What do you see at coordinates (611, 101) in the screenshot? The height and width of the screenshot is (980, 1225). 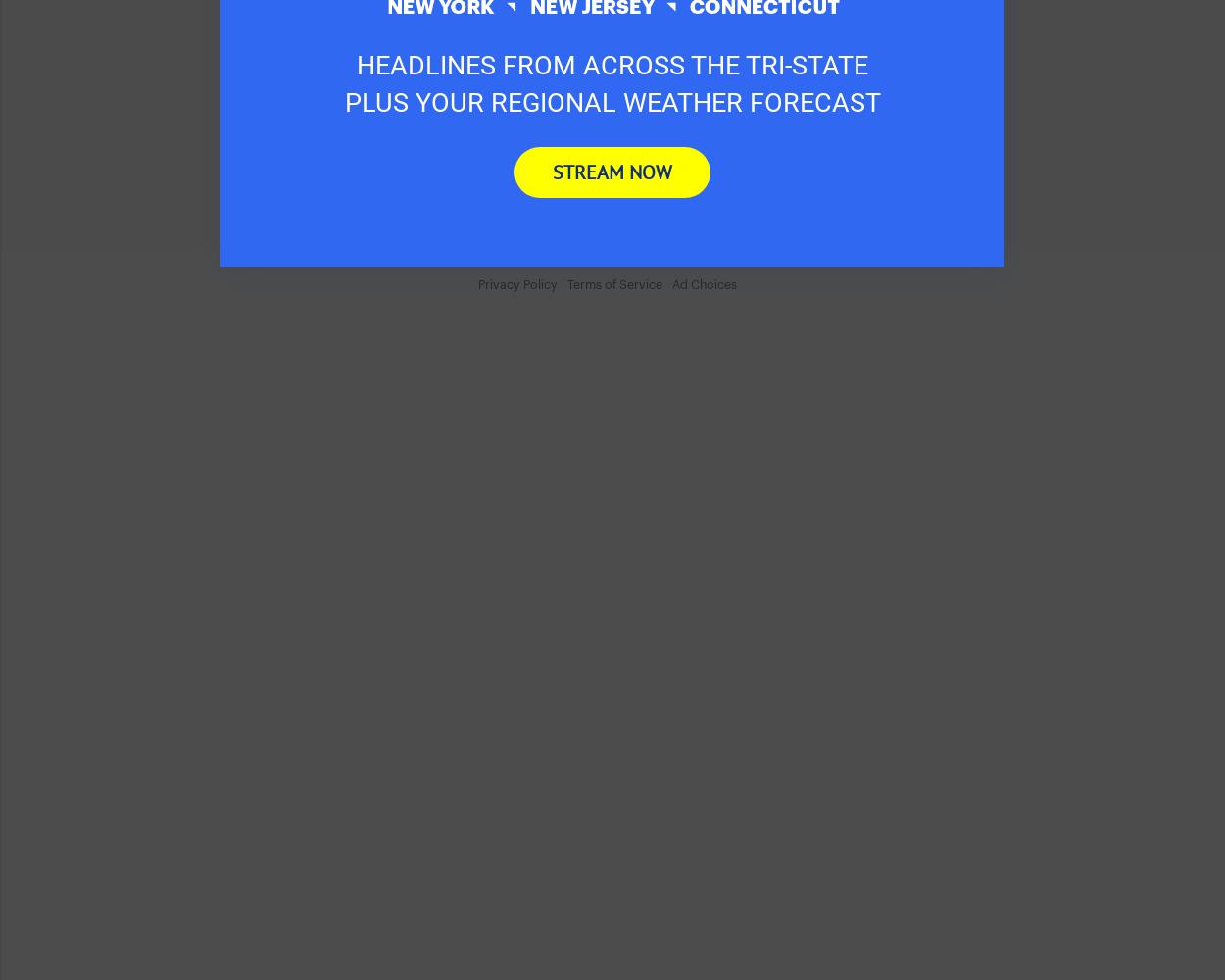 I see `'PLUS YOUR REGIONAL WEATHER FORECAST'` at bounding box center [611, 101].